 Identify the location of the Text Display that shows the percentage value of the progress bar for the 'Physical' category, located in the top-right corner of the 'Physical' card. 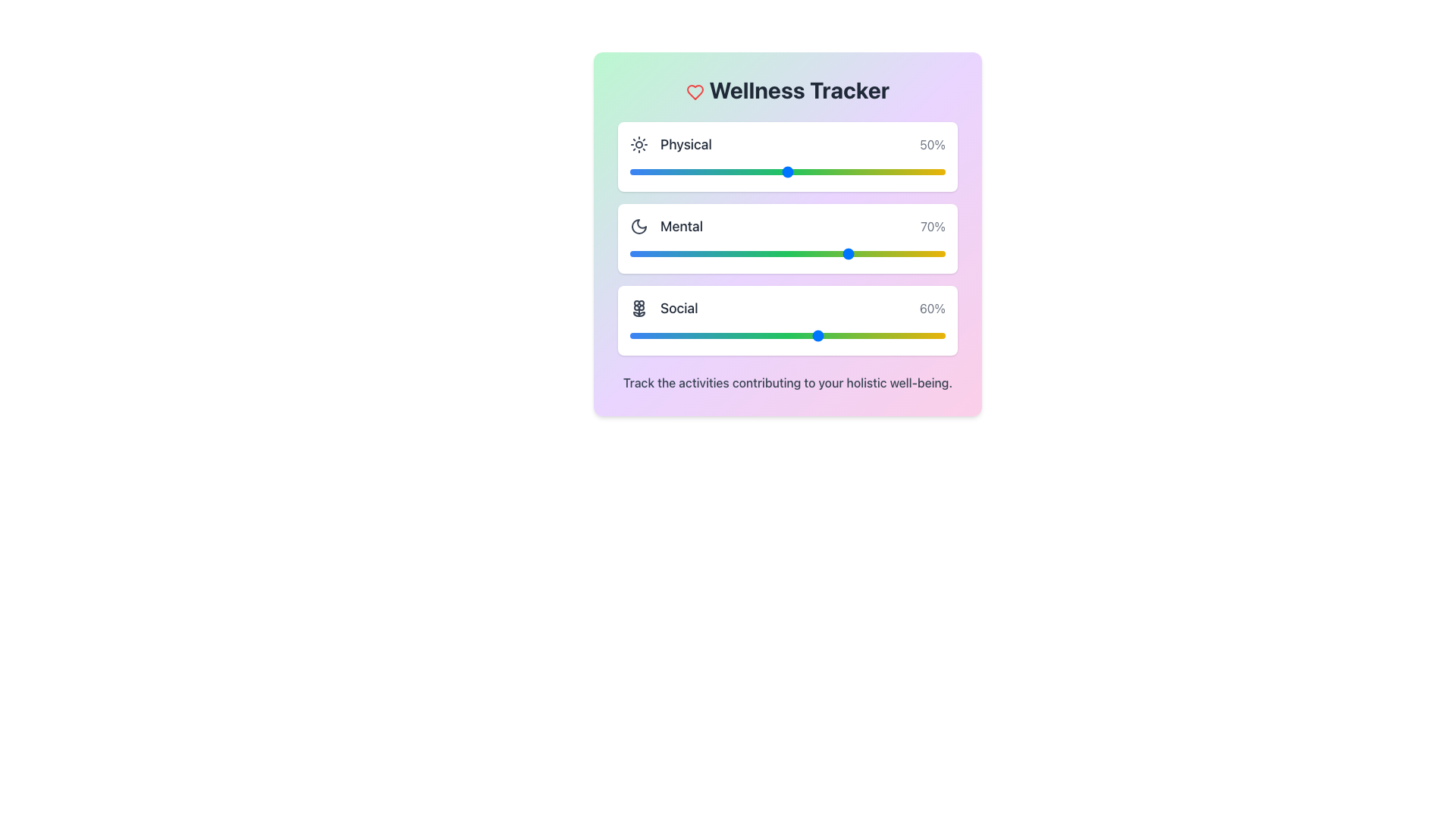
(932, 145).